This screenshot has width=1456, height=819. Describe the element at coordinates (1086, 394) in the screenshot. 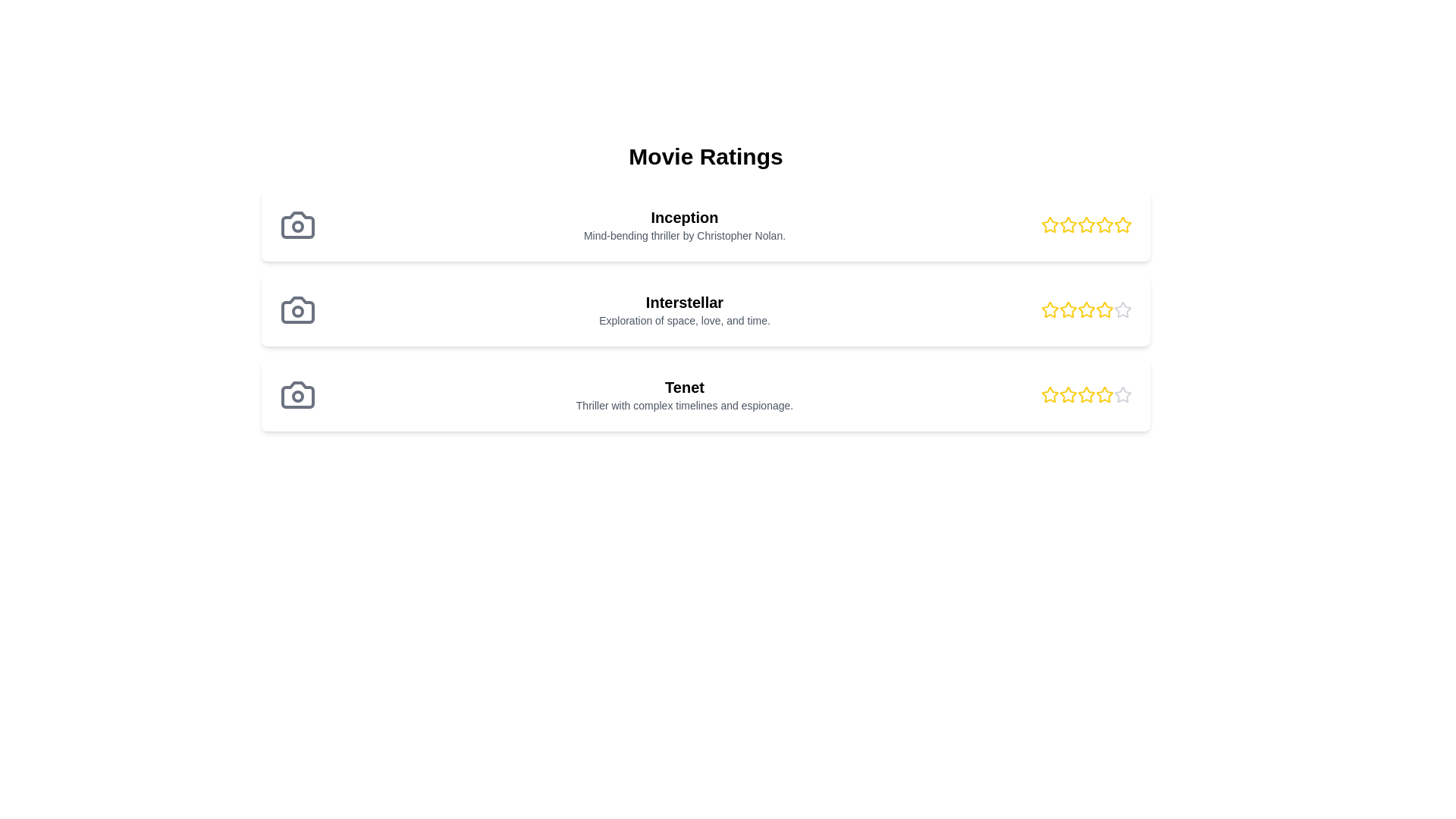

I see `the third star icon in the rating mechanism for the 'Tenet' movie` at that location.